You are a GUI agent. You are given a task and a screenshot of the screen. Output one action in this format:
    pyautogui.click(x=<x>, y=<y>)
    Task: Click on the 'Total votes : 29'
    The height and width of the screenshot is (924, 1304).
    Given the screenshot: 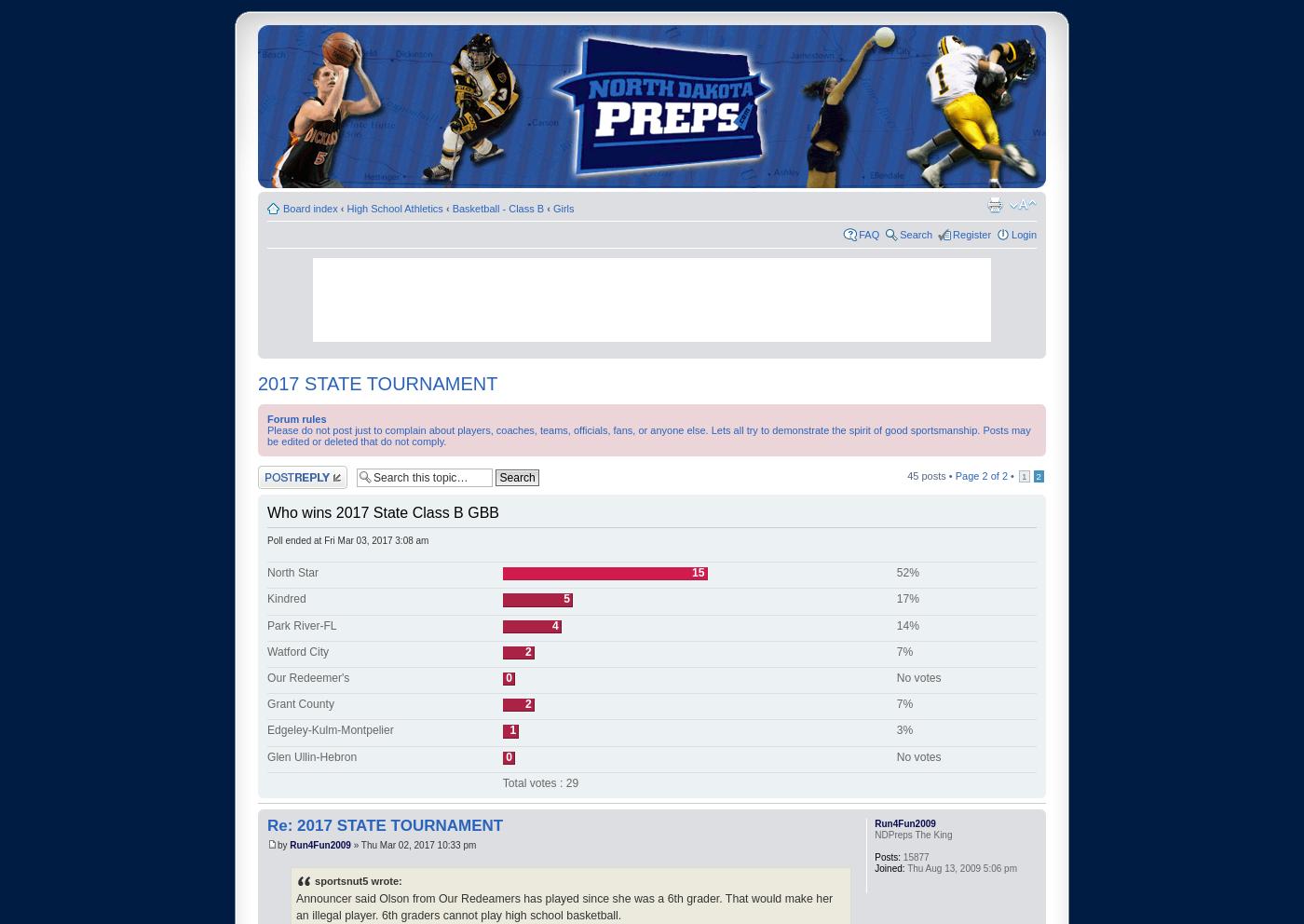 What is the action you would take?
    pyautogui.click(x=540, y=781)
    